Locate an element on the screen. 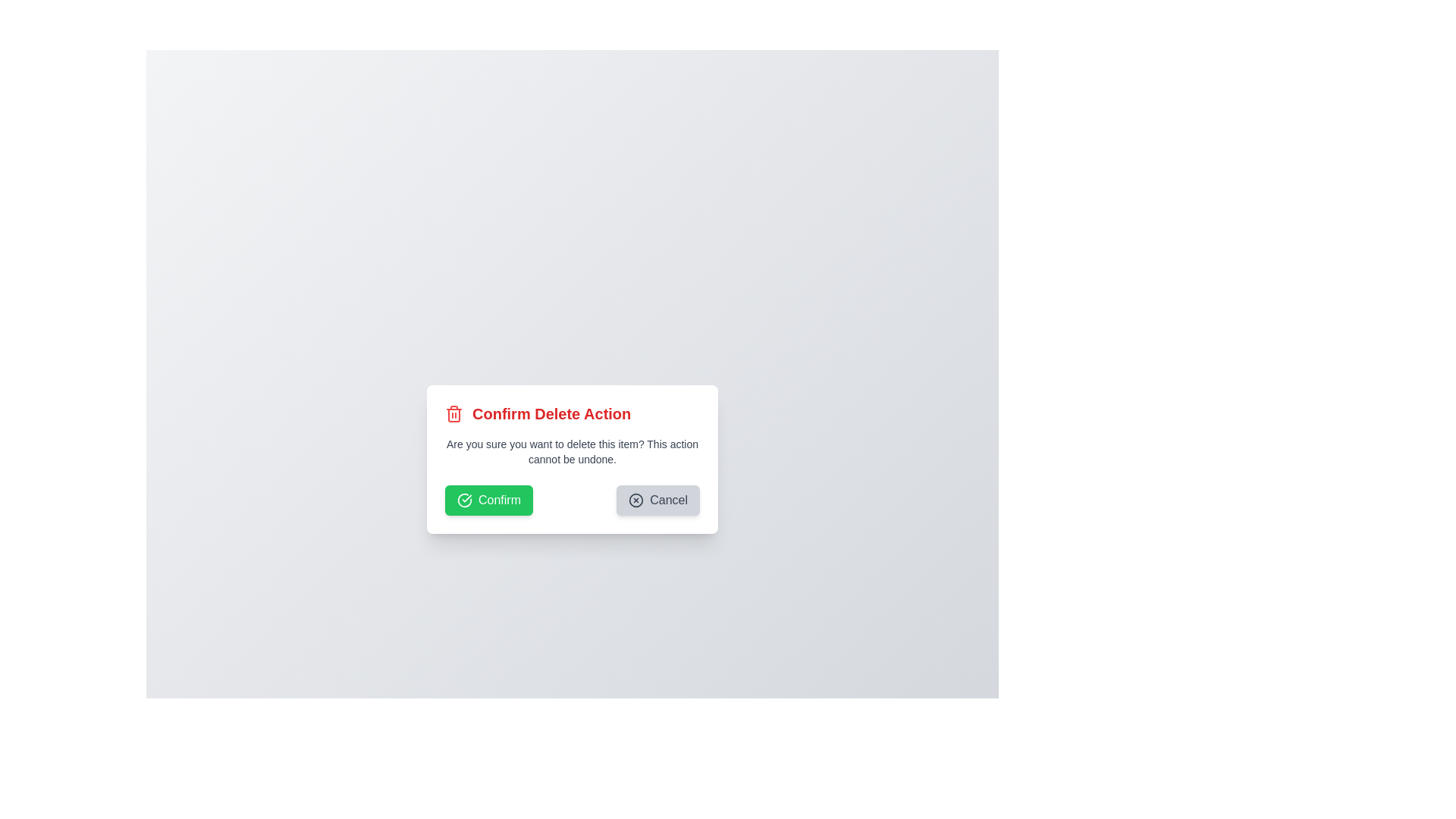  text label that serves as a title or headline for the dialog, indicating the criticality of the action is located at coordinates (551, 414).